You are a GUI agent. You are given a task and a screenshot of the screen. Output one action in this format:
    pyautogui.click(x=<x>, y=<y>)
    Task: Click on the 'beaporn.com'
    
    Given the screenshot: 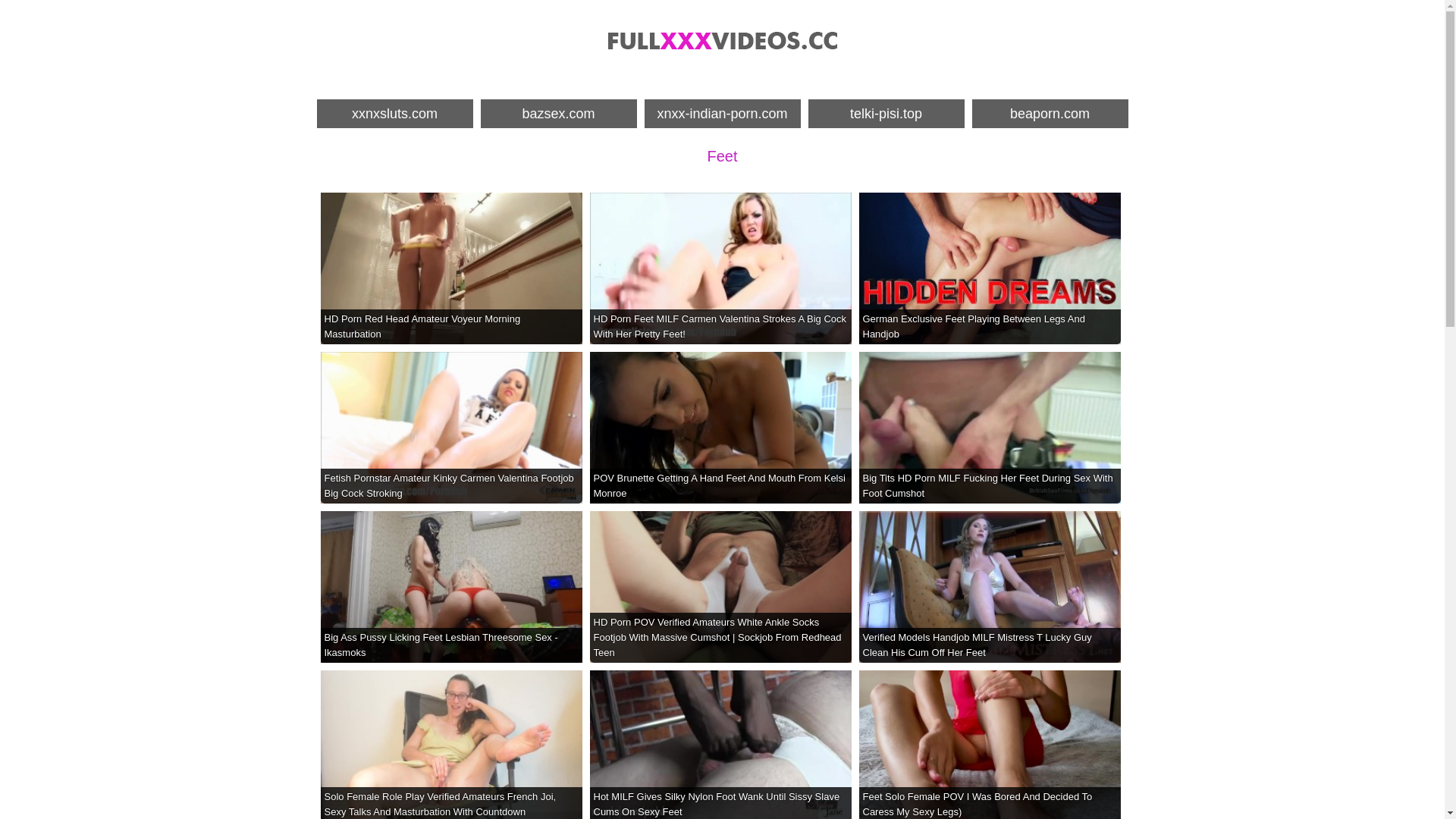 What is the action you would take?
    pyautogui.click(x=1050, y=113)
    